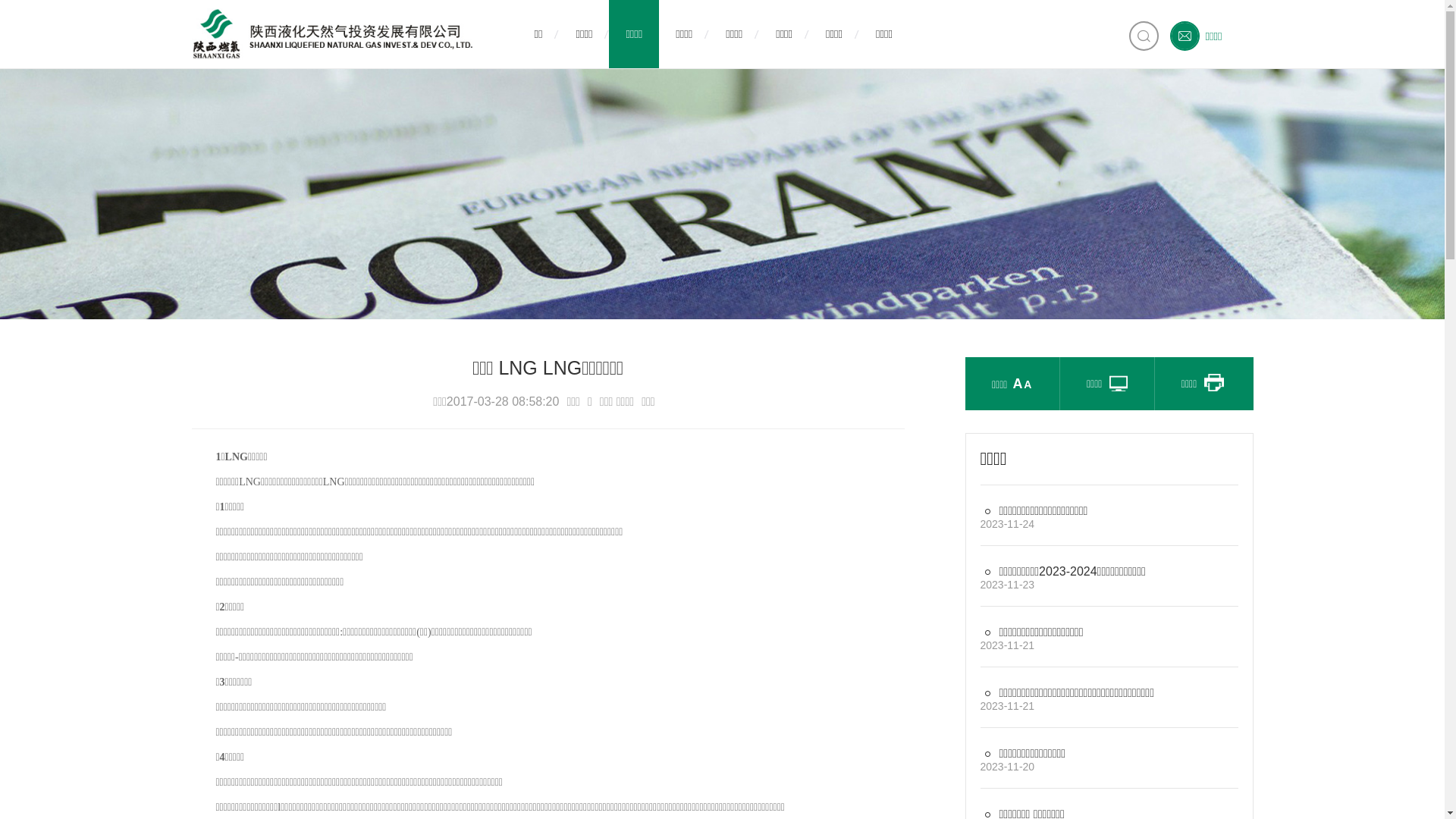 The height and width of the screenshot is (819, 1456). I want to click on 'A', so click(1022, 363).